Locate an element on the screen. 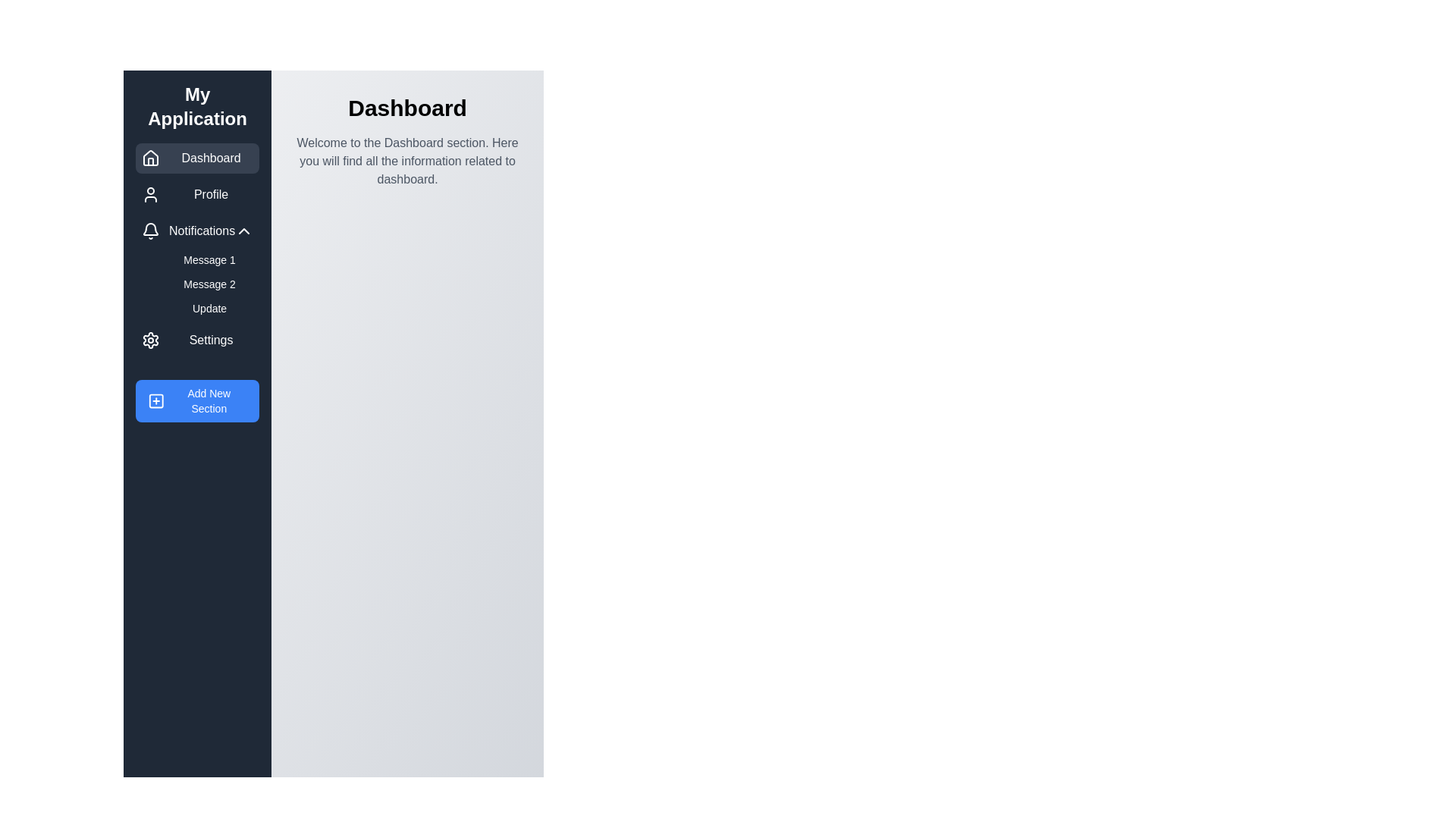 Image resolution: width=1456 pixels, height=819 pixels. the outer ring of the gear icon within the 'Settings' button located in the vertical navigation bar on the left side is located at coordinates (150, 339).